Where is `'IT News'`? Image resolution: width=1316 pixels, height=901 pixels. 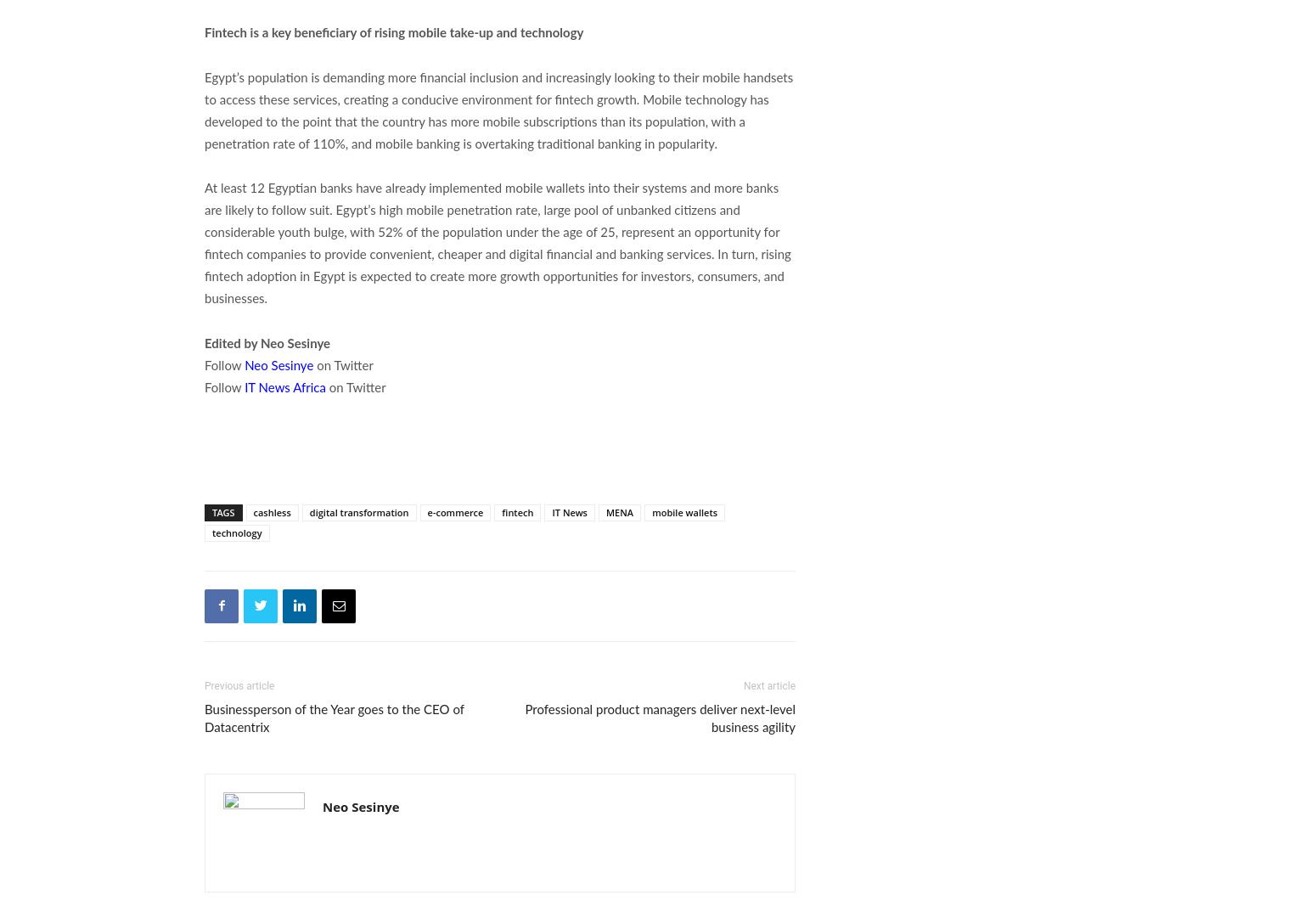 'IT News' is located at coordinates (568, 510).